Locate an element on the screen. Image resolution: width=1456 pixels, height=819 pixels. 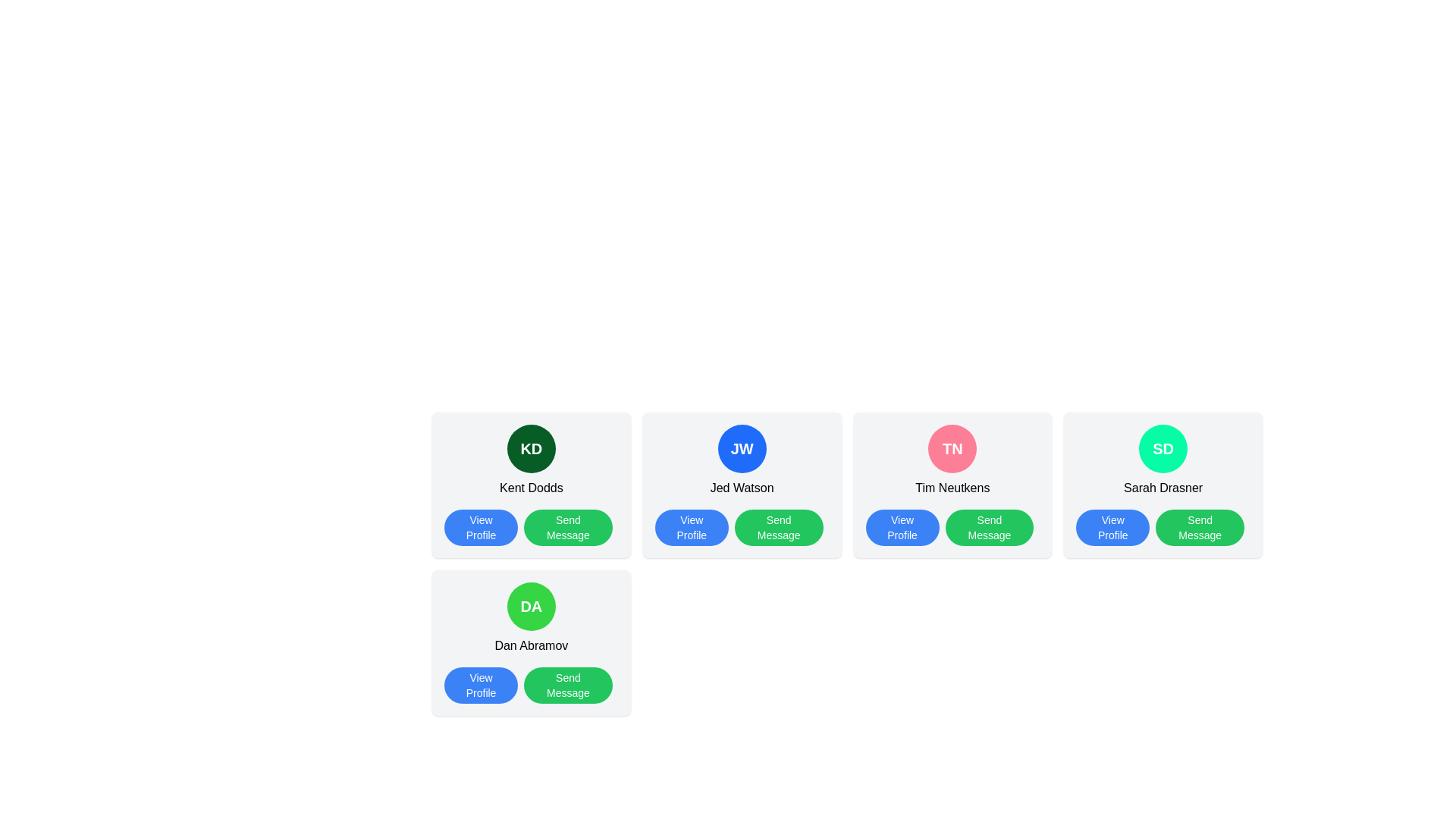
the text label that serves as an avatar or identification badge for a user, located at the center of the circular badge on the third card in the top row of a grid layout is located at coordinates (952, 447).